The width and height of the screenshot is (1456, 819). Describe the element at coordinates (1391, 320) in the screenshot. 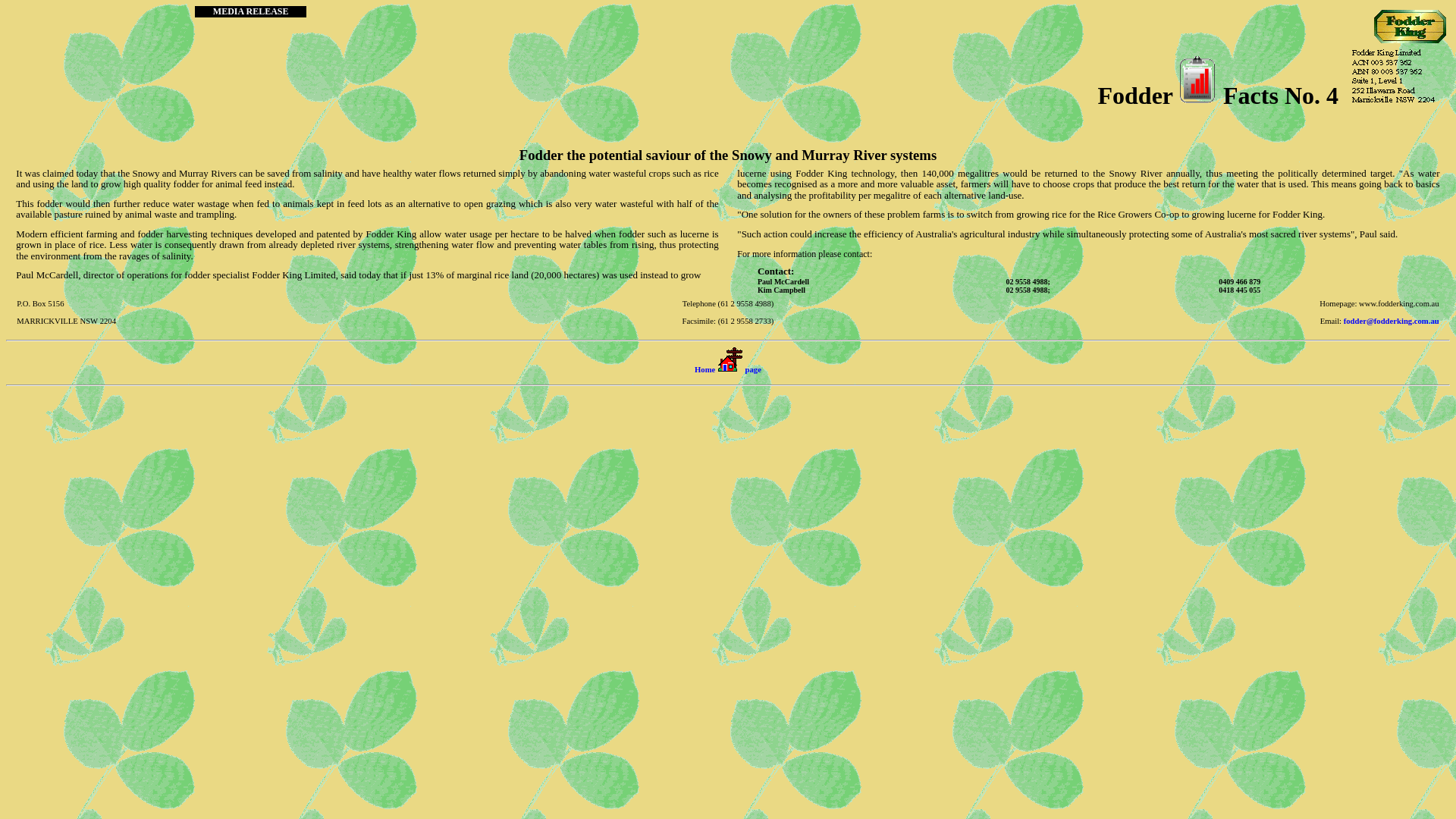

I see `'fodder@fodderking.com.au'` at that location.